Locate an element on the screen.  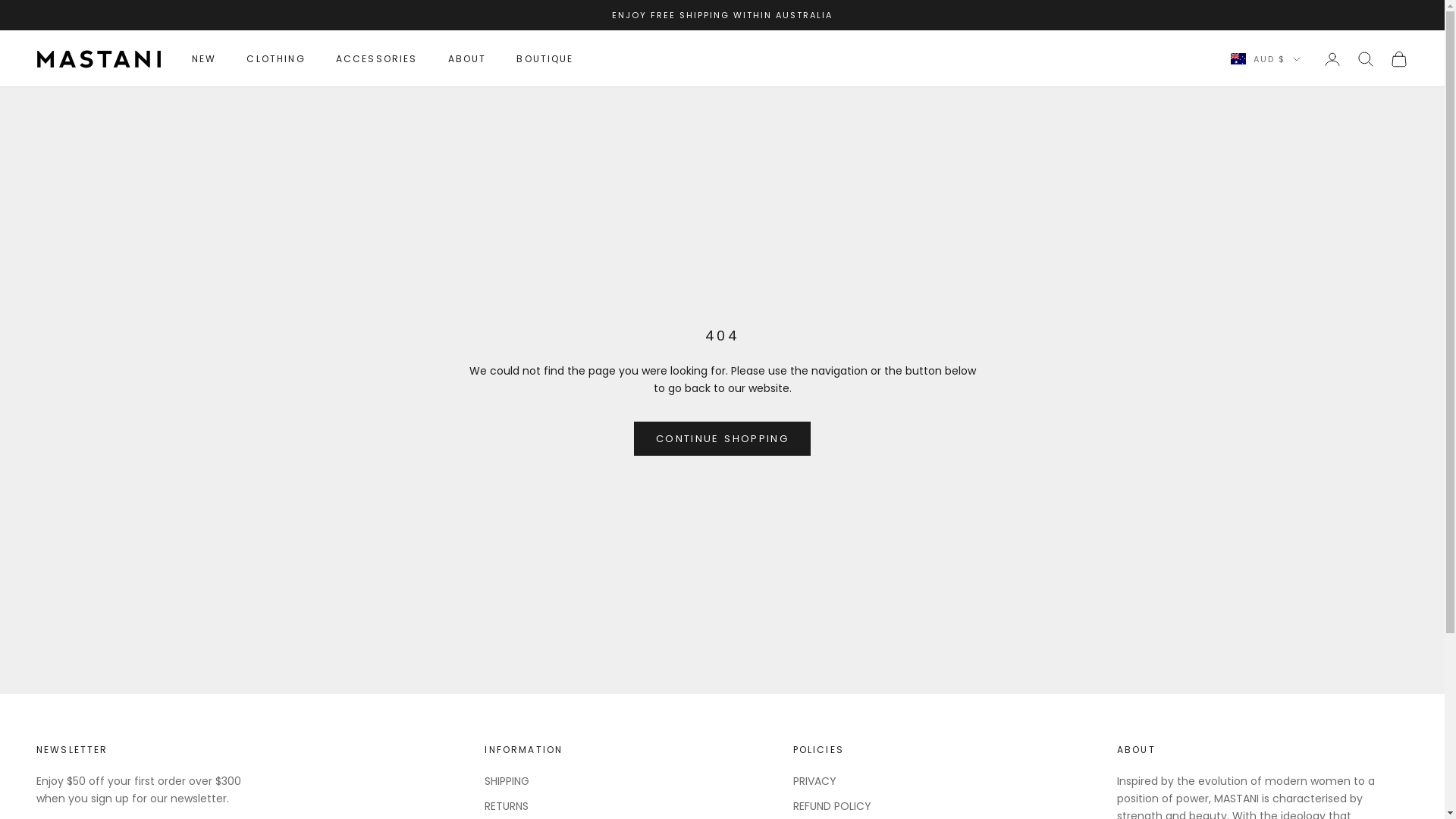
'RETURNS' is located at coordinates (483, 805).